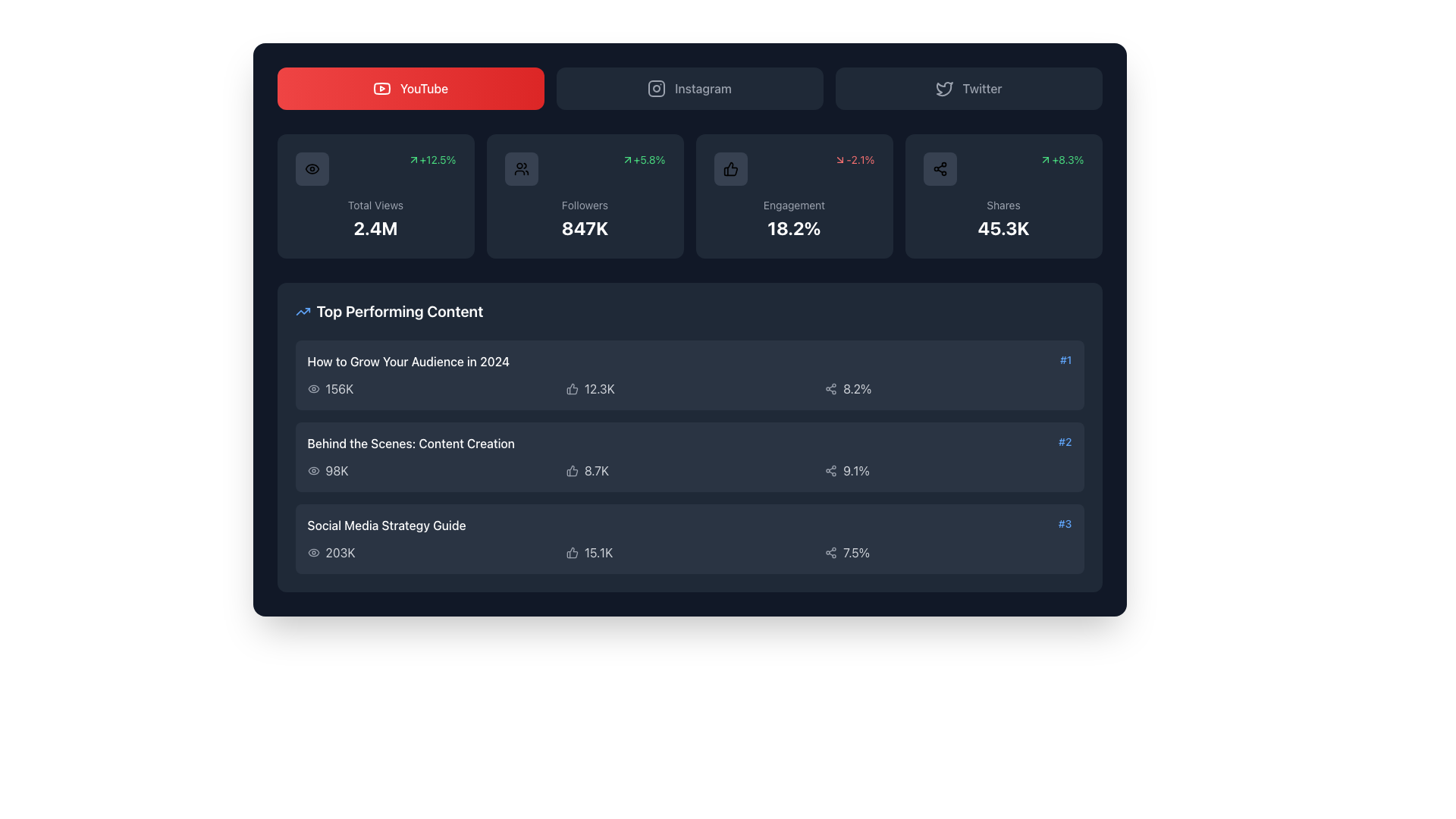  Describe the element at coordinates (968, 88) in the screenshot. I see `the Twitter interactive button located in the top bar, which is the third item from the left after YouTube and Instagram` at that location.